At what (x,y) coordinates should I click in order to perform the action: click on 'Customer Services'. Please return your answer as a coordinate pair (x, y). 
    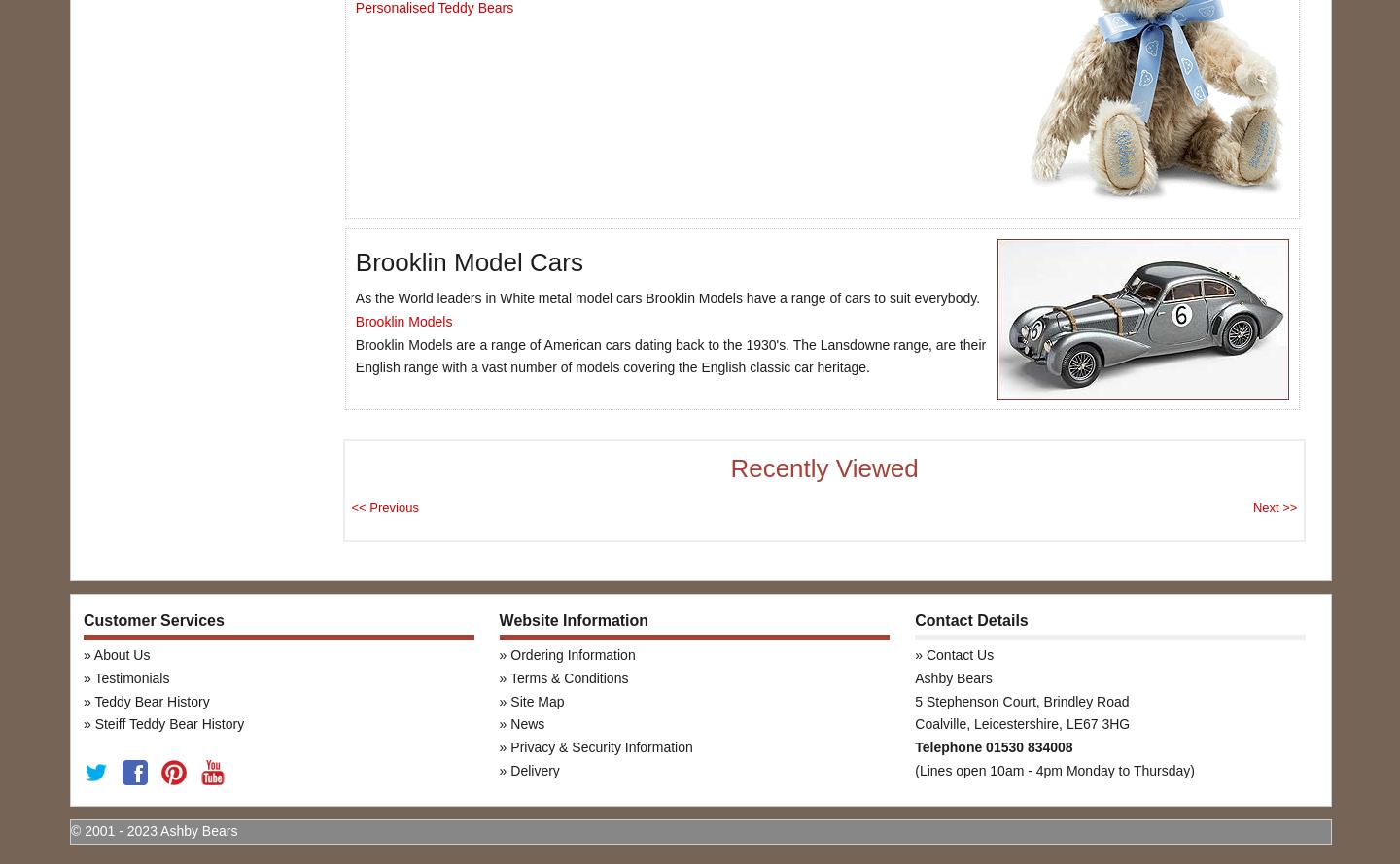
    Looking at the image, I should click on (152, 620).